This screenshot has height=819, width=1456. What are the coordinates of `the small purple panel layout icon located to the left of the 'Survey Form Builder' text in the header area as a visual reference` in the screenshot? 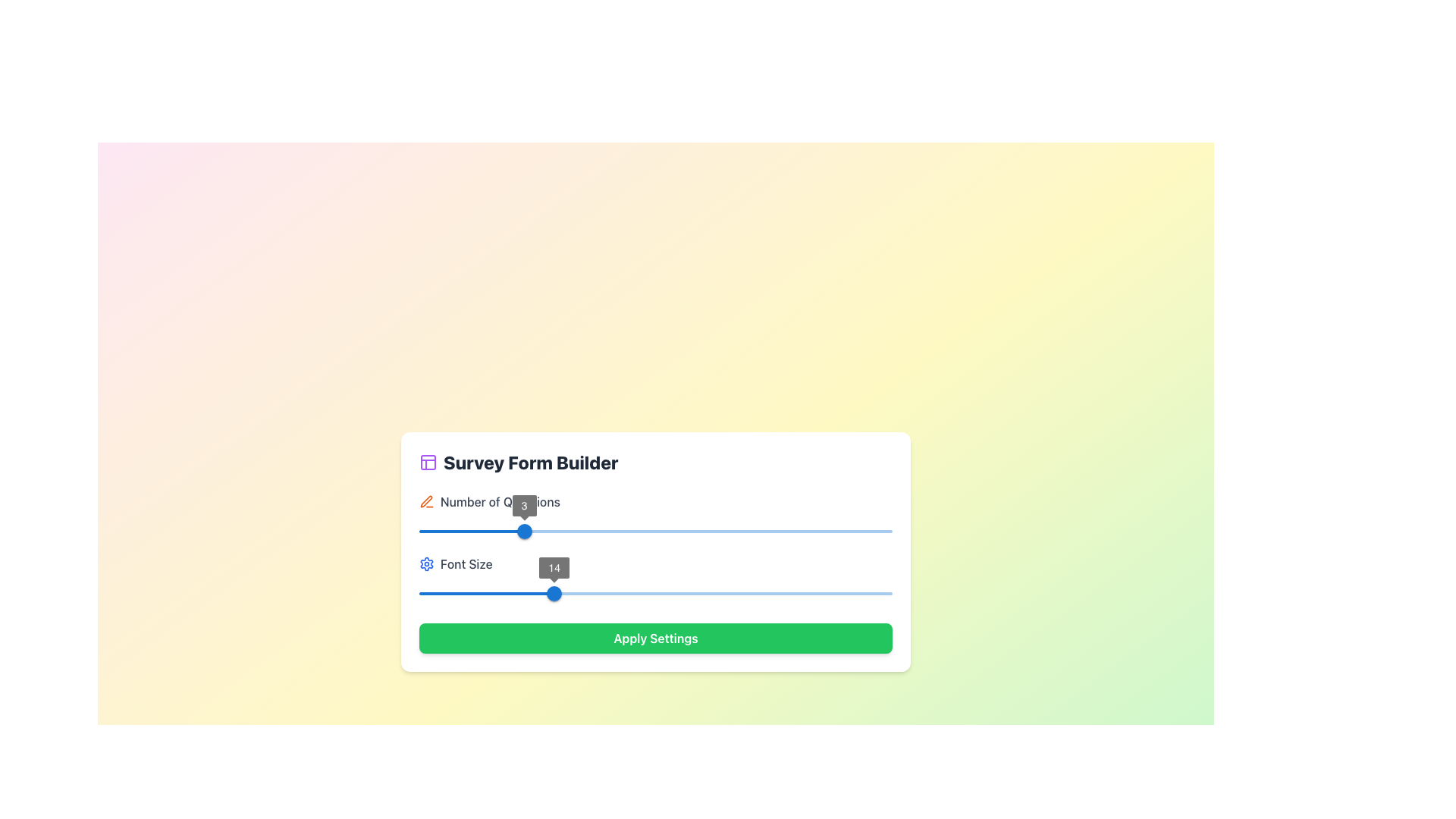 It's located at (428, 461).